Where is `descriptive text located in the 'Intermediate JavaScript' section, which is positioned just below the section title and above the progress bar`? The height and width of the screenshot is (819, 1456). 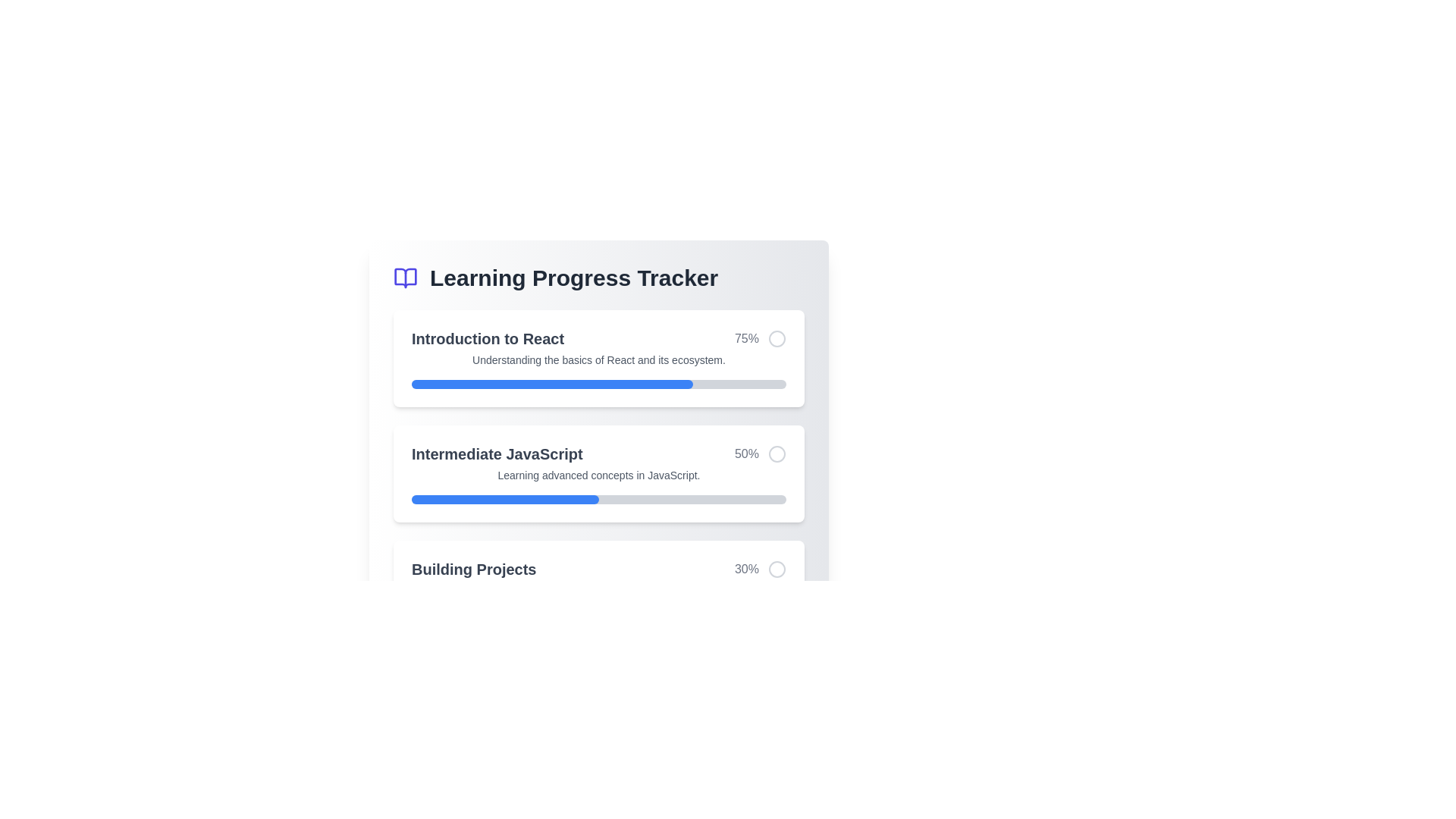 descriptive text located in the 'Intermediate JavaScript' section, which is positioned just below the section title and above the progress bar is located at coordinates (598, 475).